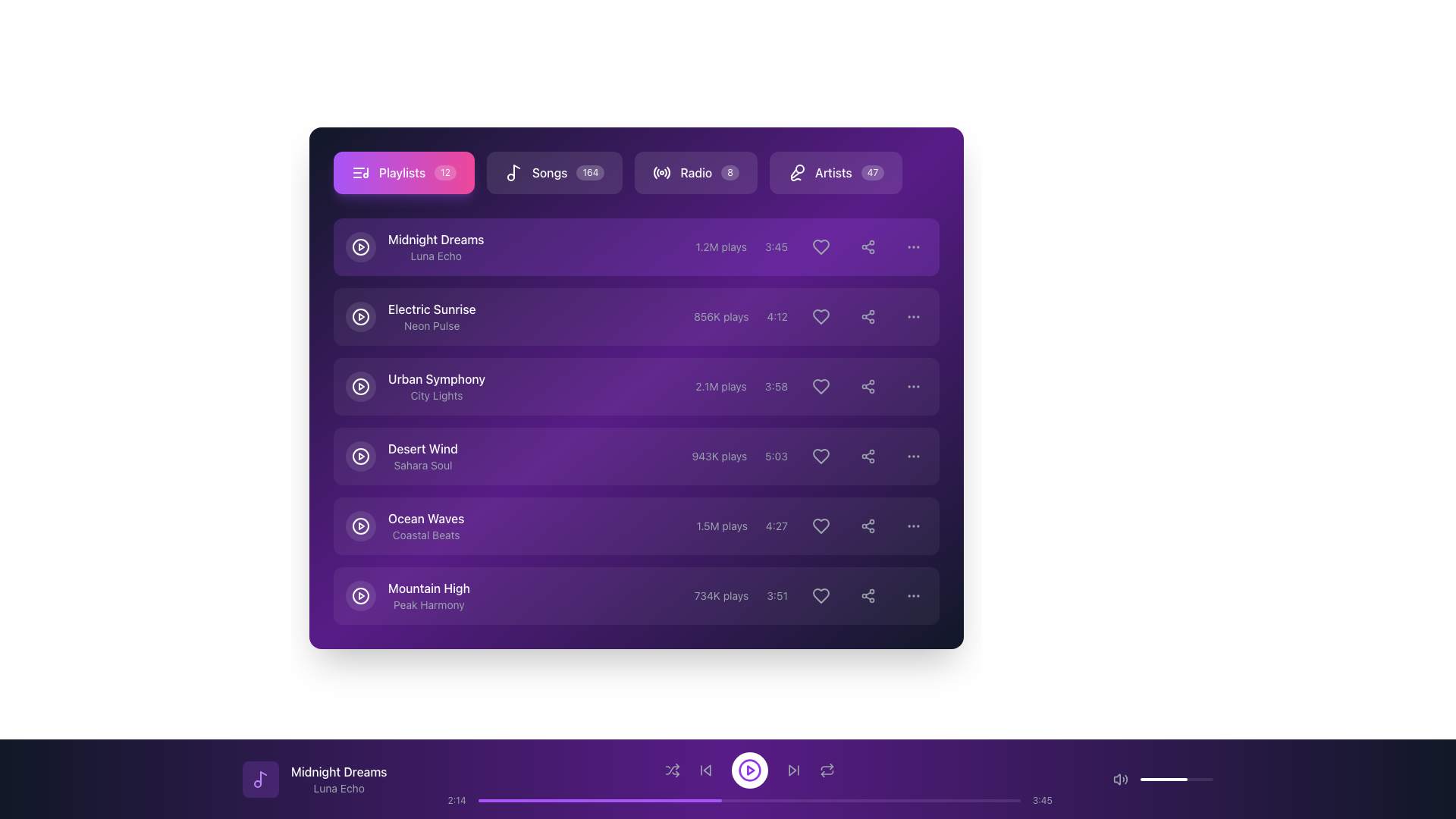 The height and width of the screenshot is (819, 1456). Describe the element at coordinates (261, 780) in the screenshot. I see `the purple music note icon located within a semi-transparent rounded square background, positioned on the bottom left of the music player section, near the 'Midnight Dreams' title` at that location.